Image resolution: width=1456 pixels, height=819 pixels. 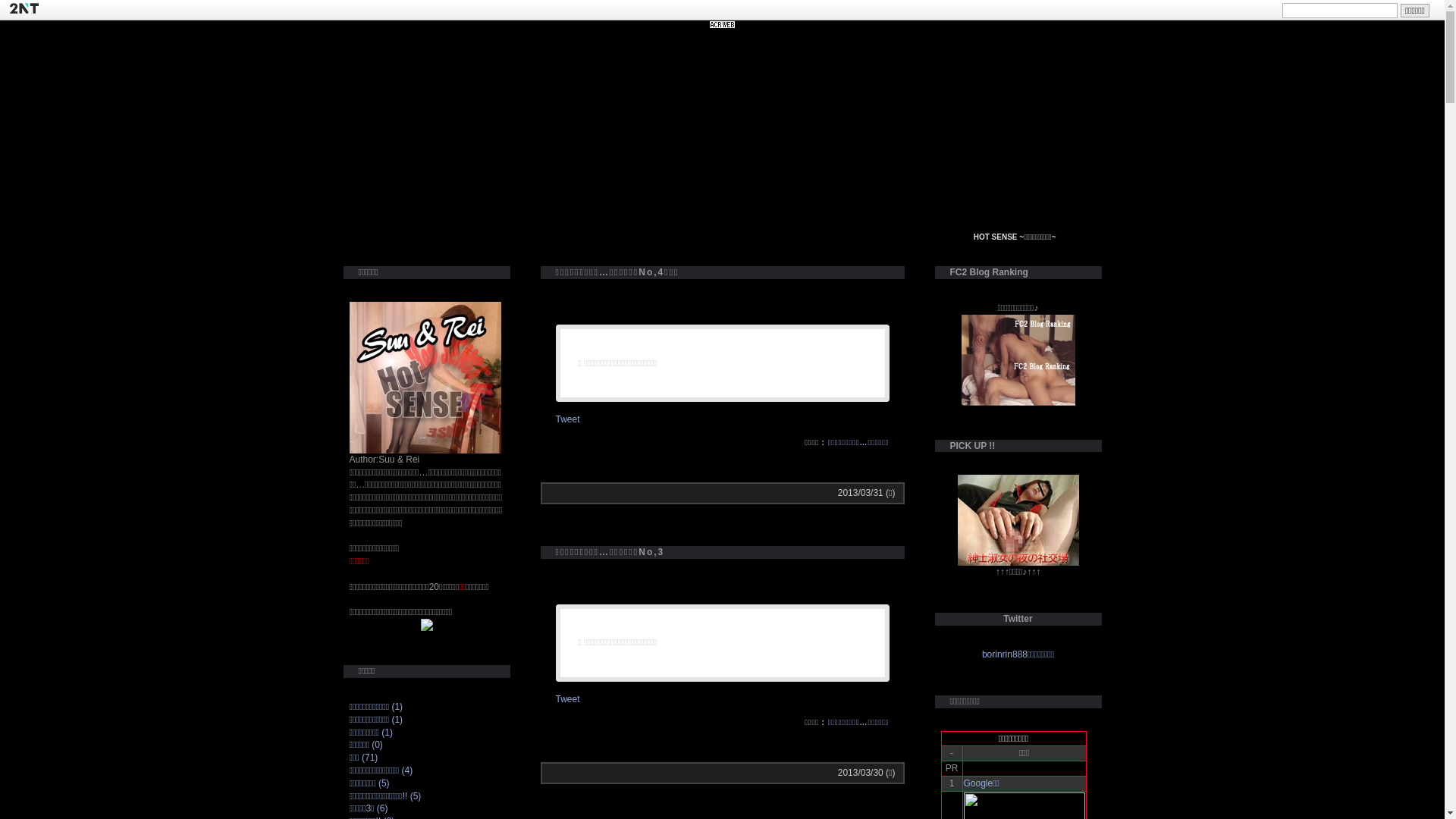 What do you see at coordinates (566, 698) in the screenshot?
I see `'Tweet'` at bounding box center [566, 698].